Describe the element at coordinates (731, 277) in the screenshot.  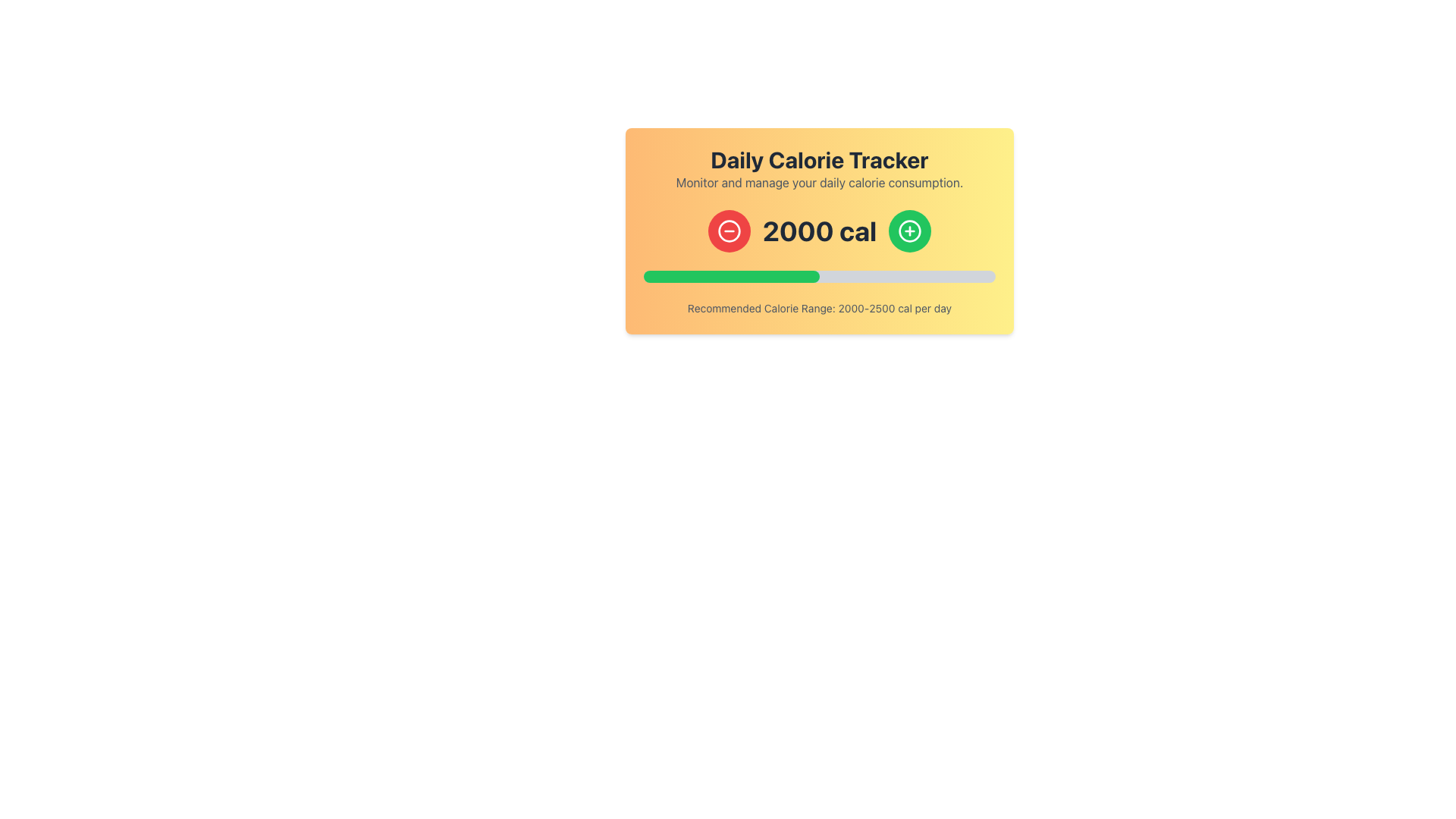
I see `the green progress bar segment that occupies the left half of the horizontal progress bar, which is located below the calorie count and above the recommended calorie range text` at that location.